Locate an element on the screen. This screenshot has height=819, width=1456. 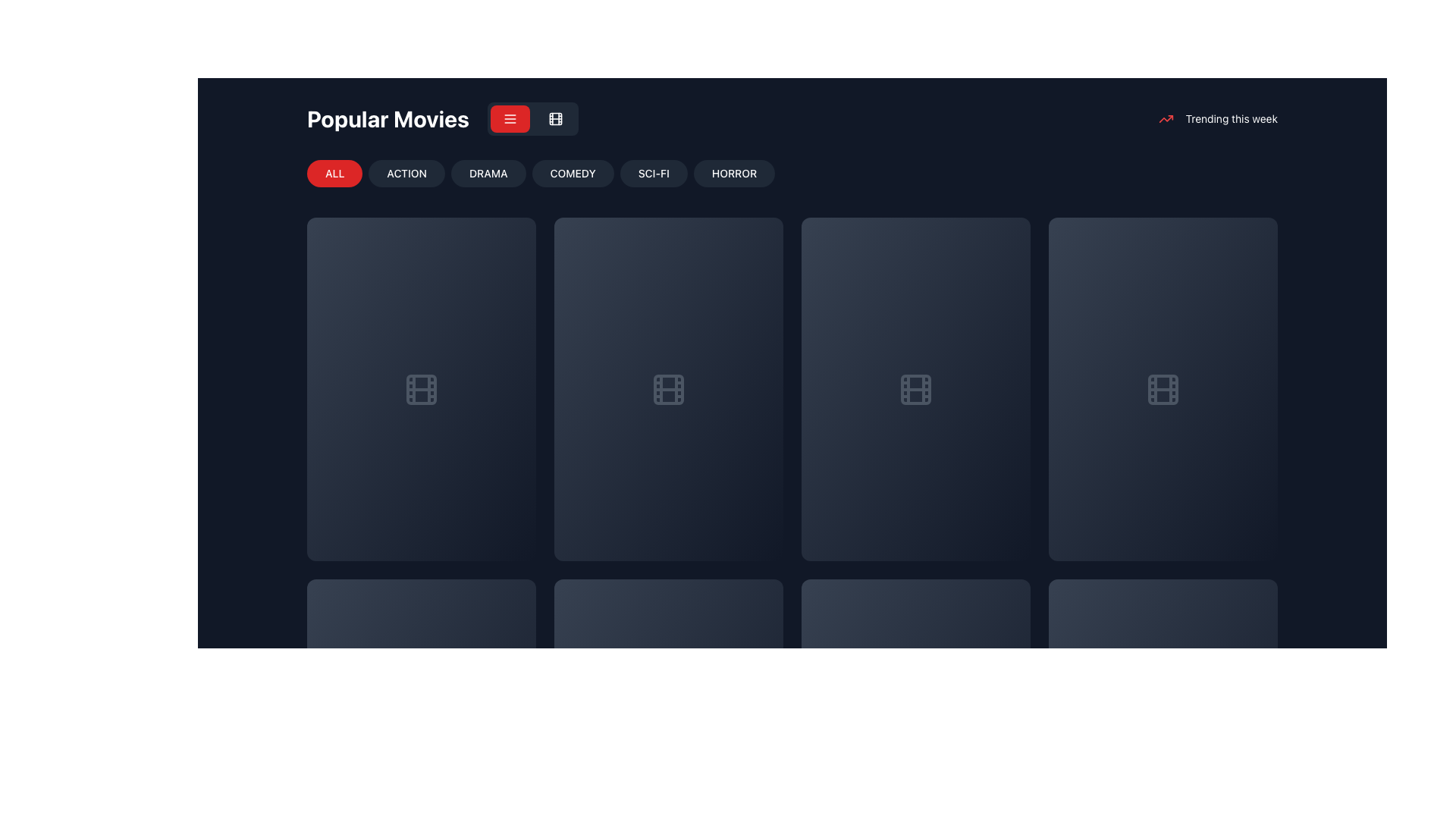
the film or video reel icon located on the right side of a group of two icons in the top navigation bar to trigger a tooltip or visual feedback is located at coordinates (555, 118).